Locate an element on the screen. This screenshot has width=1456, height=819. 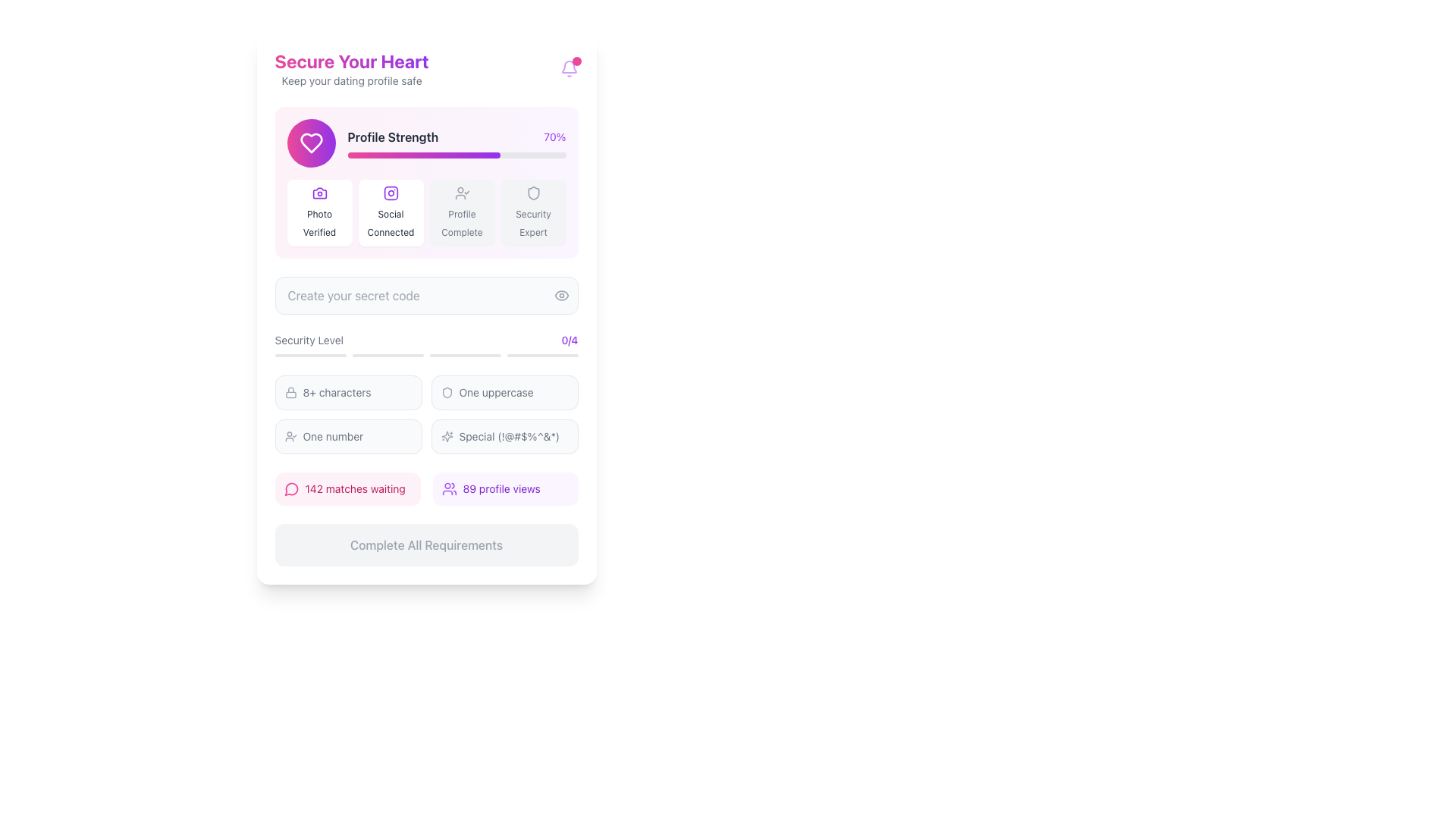
the Text label that indicates the current security level status, which is located in the far-right portion of the horizontal section labeled 'Security Level' is located at coordinates (569, 339).